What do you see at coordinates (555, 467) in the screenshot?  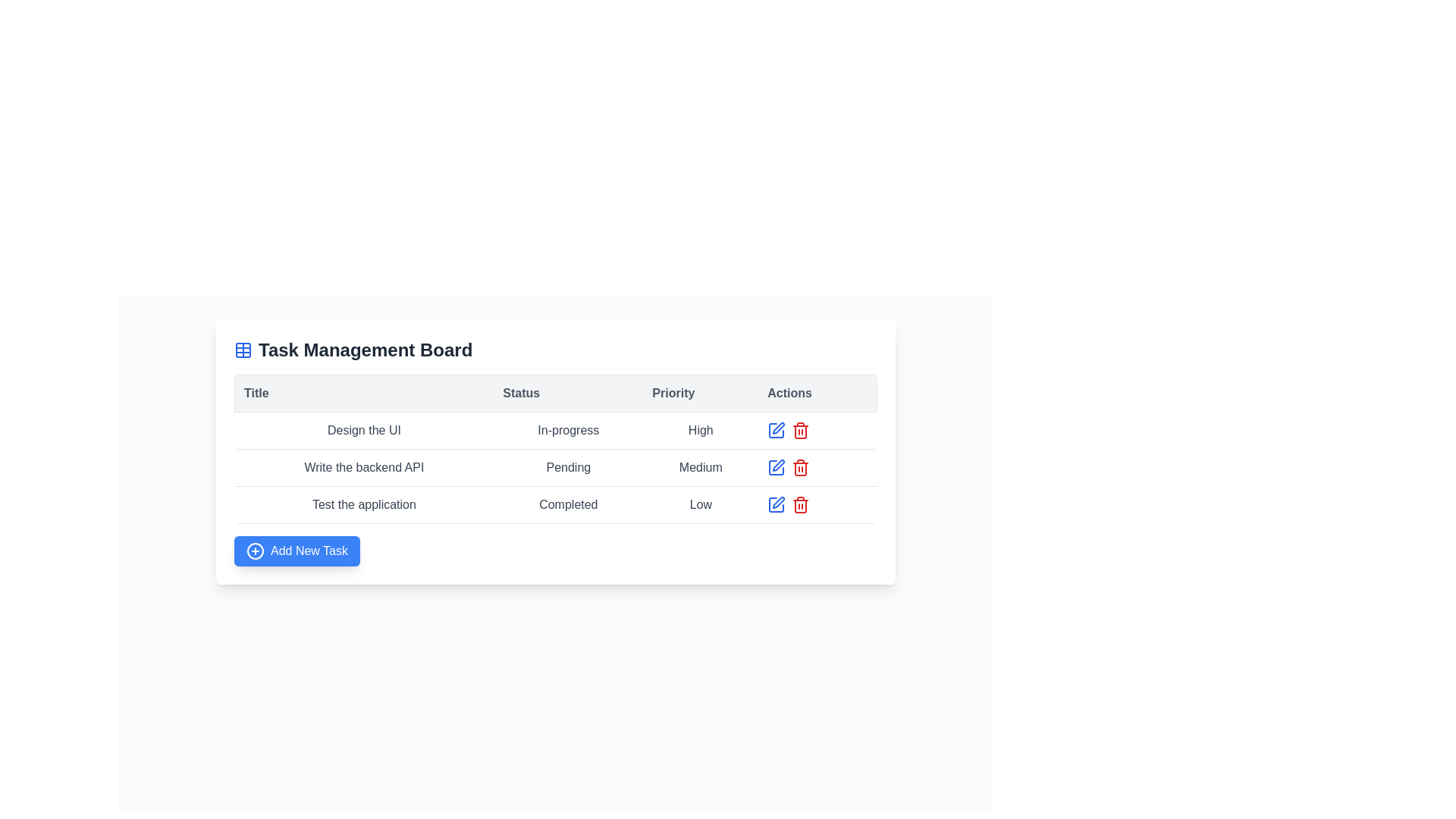 I see `the Text label displaying the status of the task 'Write the backend API' located in the second row of the table's 'Status' column` at bounding box center [555, 467].